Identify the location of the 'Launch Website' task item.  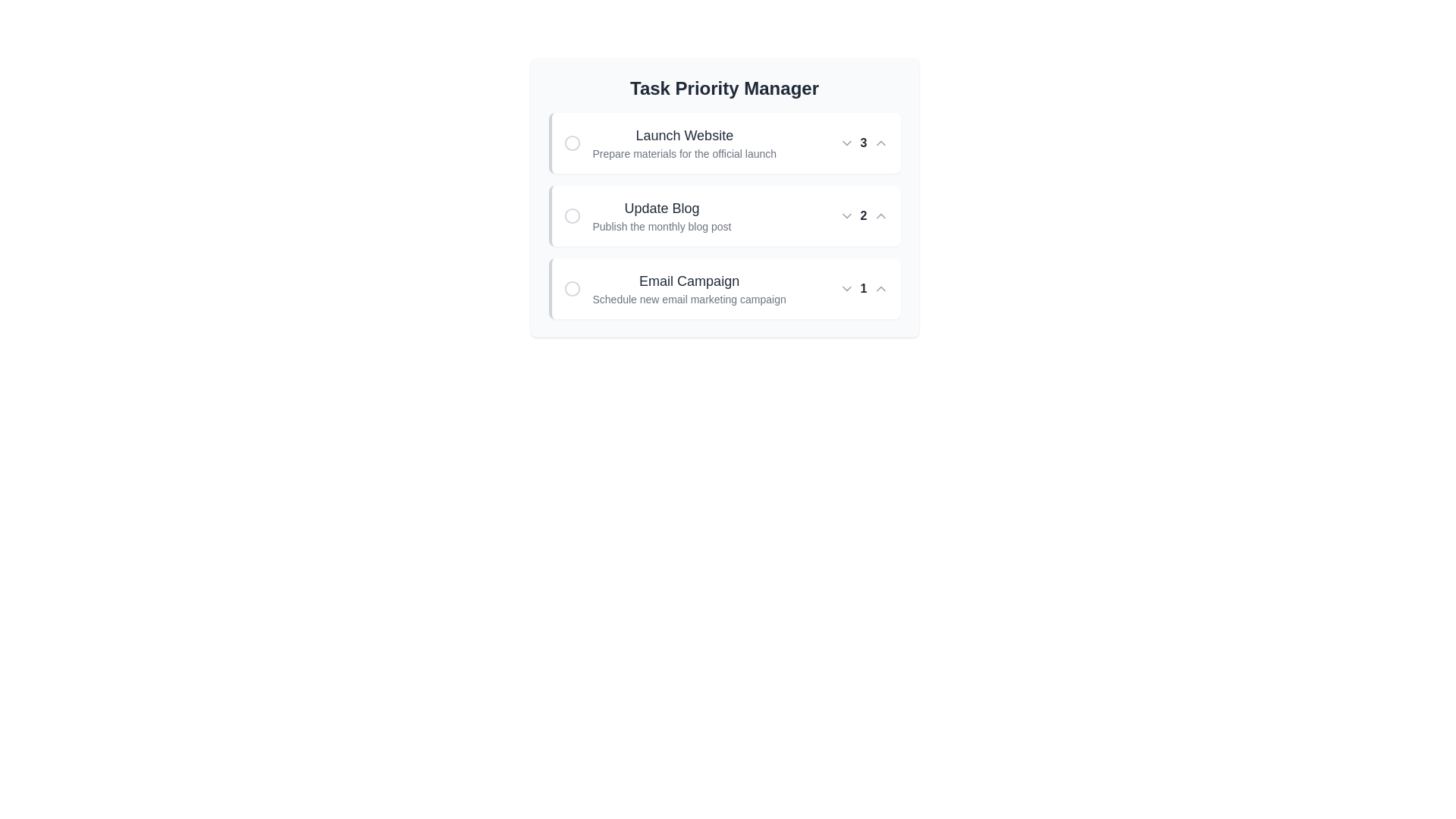
(669, 143).